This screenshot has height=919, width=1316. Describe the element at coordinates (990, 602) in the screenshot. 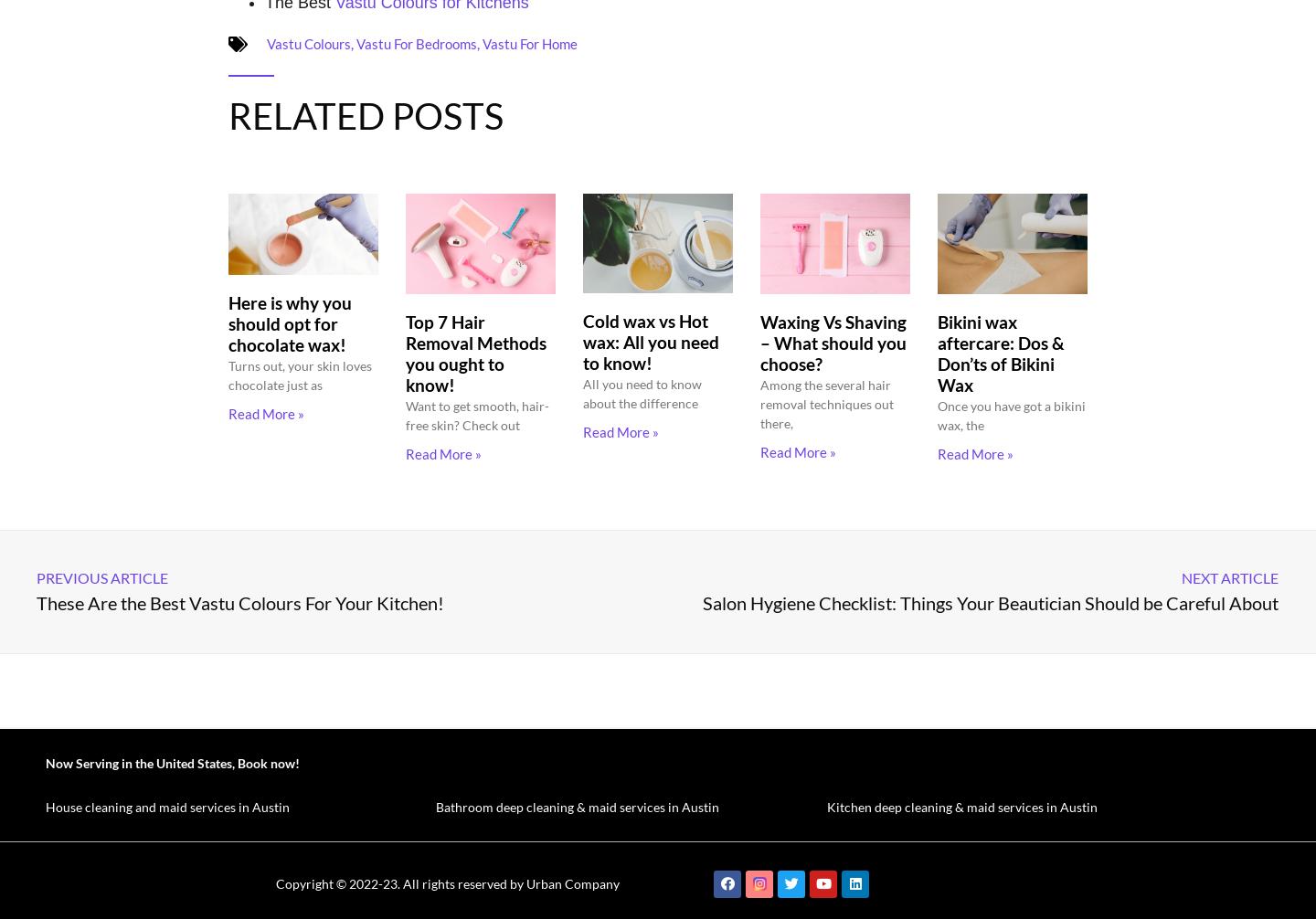

I see `'Salon Hygiene Checklist: Things Your Beautician Should be Careful About'` at that location.